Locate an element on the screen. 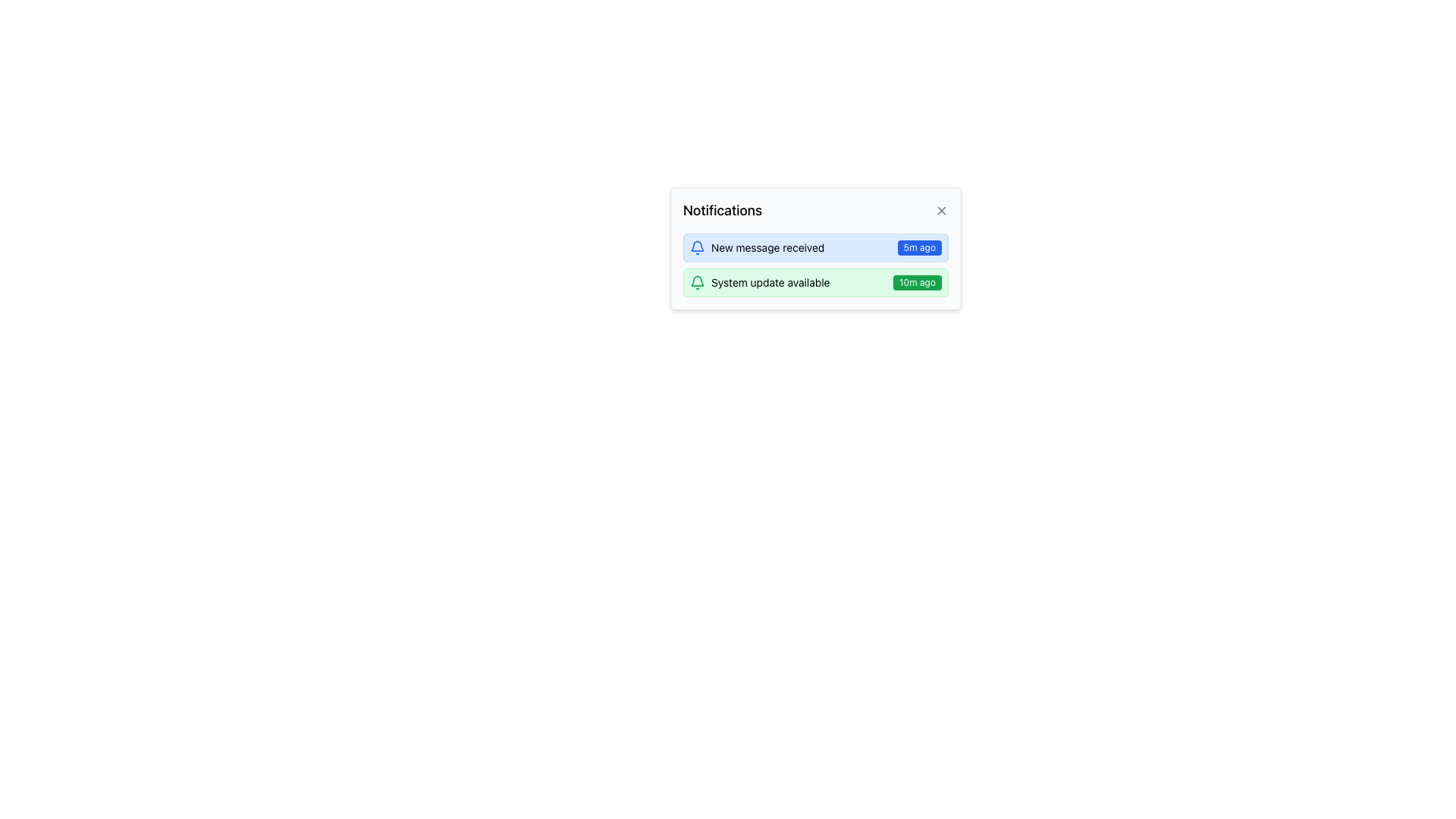  the blue badge label displaying '5m ago', which is aligned to the right of the 'New message received' text in the notification entry is located at coordinates (918, 247).